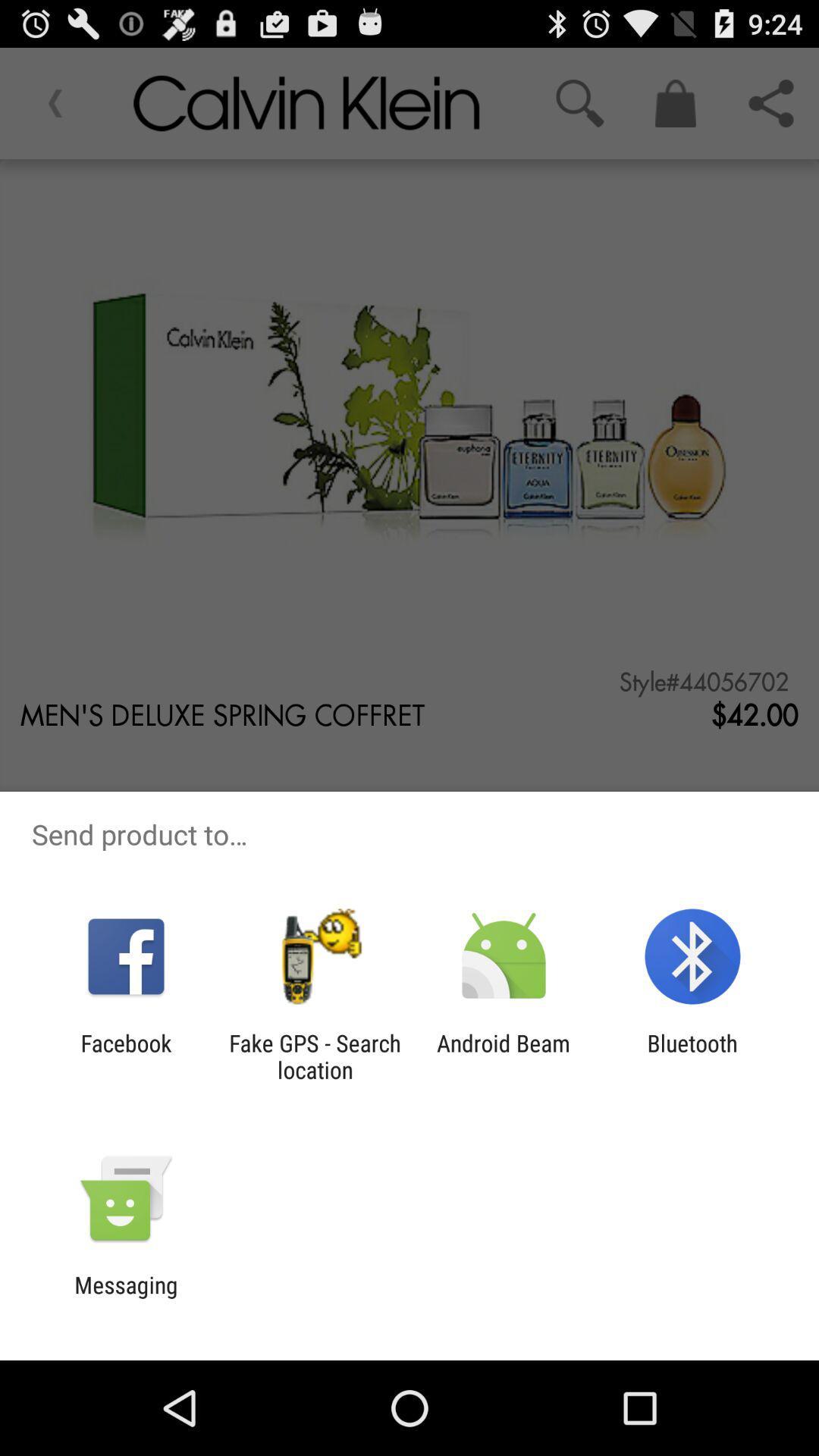  Describe the element at coordinates (504, 1056) in the screenshot. I see `android beam icon` at that location.